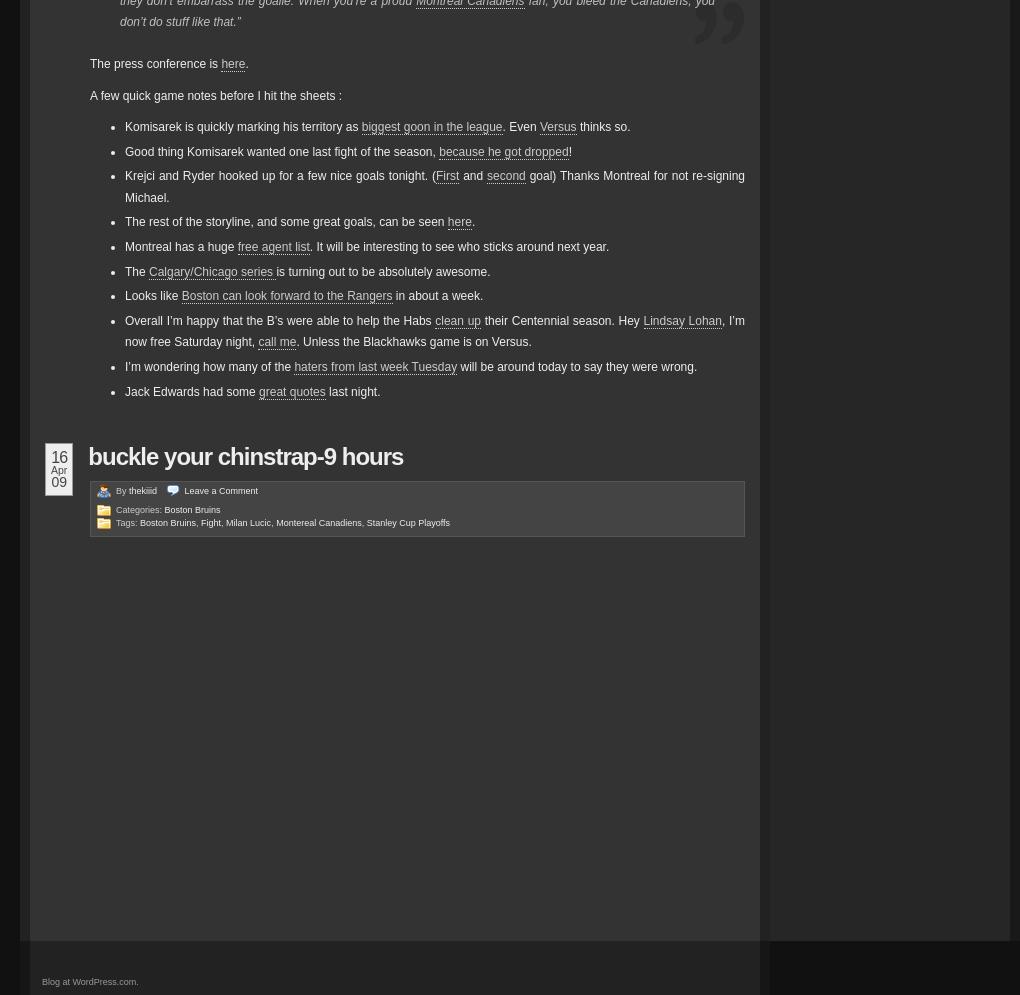 Image resolution: width=1020 pixels, height=995 pixels. Describe the element at coordinates (58, 470) in the screenshot. I see `'Apr'` at that location.